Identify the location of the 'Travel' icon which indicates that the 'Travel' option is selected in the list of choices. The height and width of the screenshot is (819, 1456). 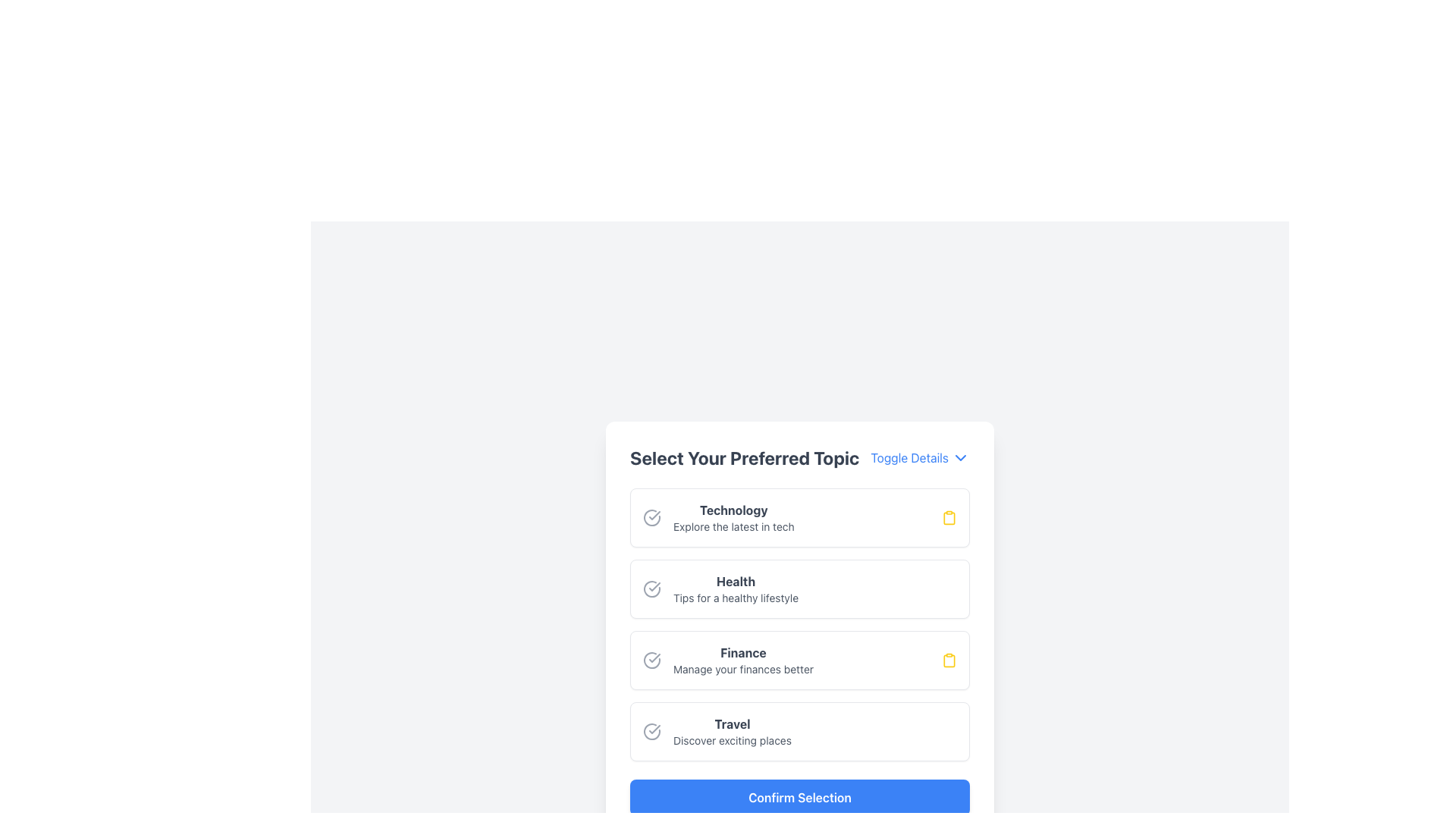
(651, 730).